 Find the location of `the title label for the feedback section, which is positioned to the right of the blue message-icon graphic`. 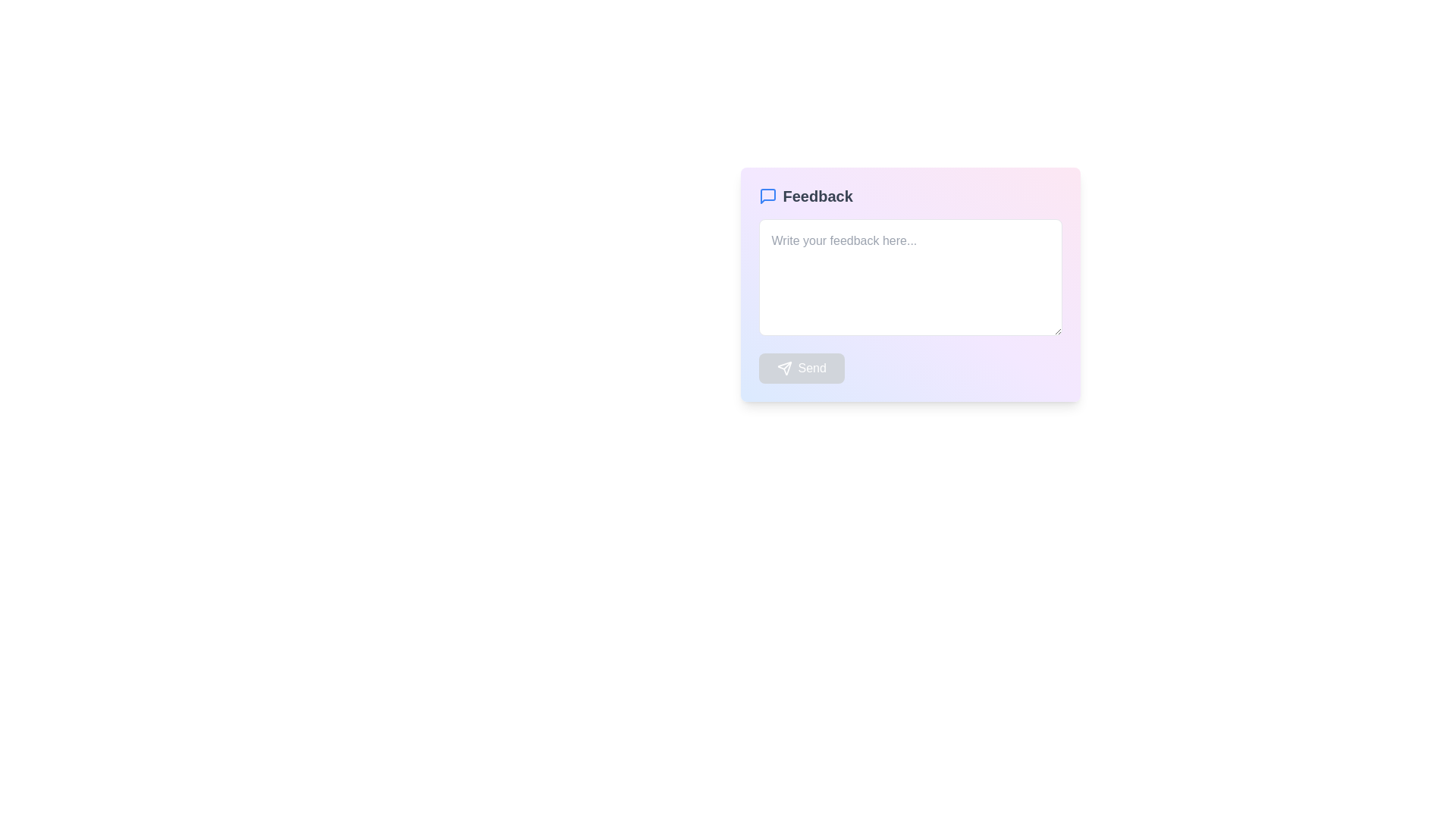

the title label for the feedback section, which is positioned to the right of the blue message-icon graphic is located at coordinates (817, 195).